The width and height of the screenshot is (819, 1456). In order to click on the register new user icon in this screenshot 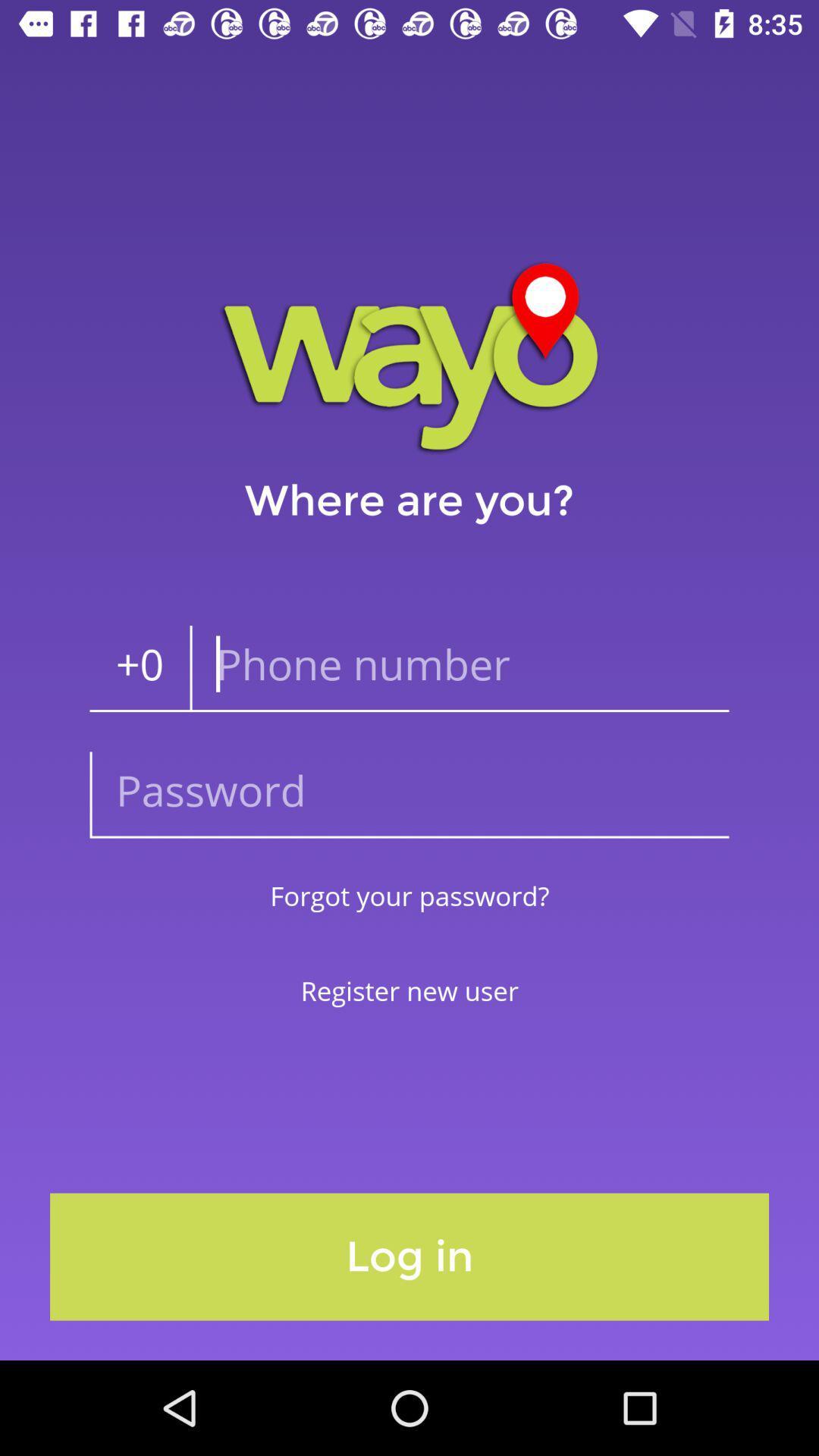, I will do `click(409, 990)`.